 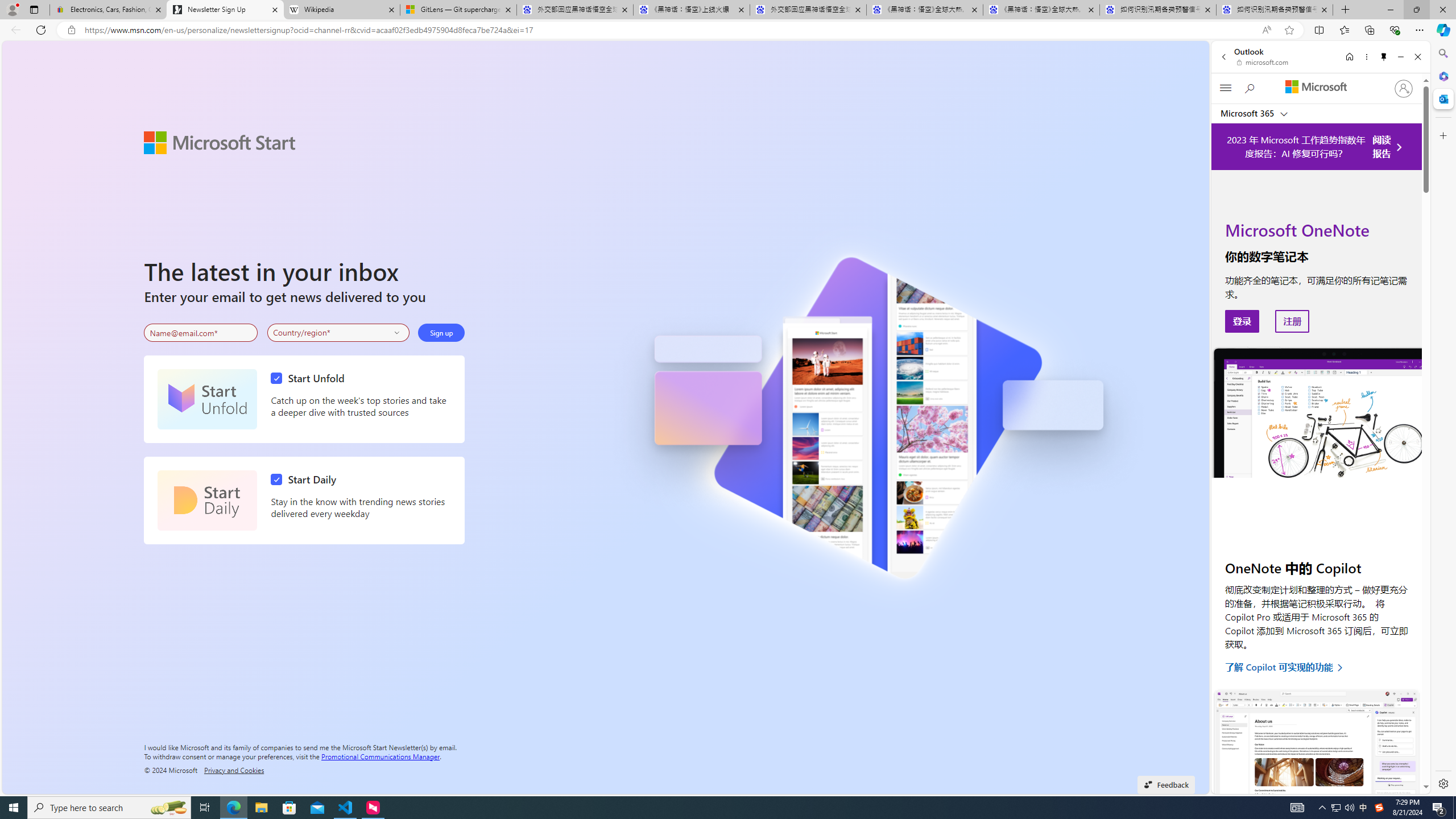 What do you see at coordinates (338, 333) in the screenshot?
I see `'Select your country'` at bounding box center [338, 333].